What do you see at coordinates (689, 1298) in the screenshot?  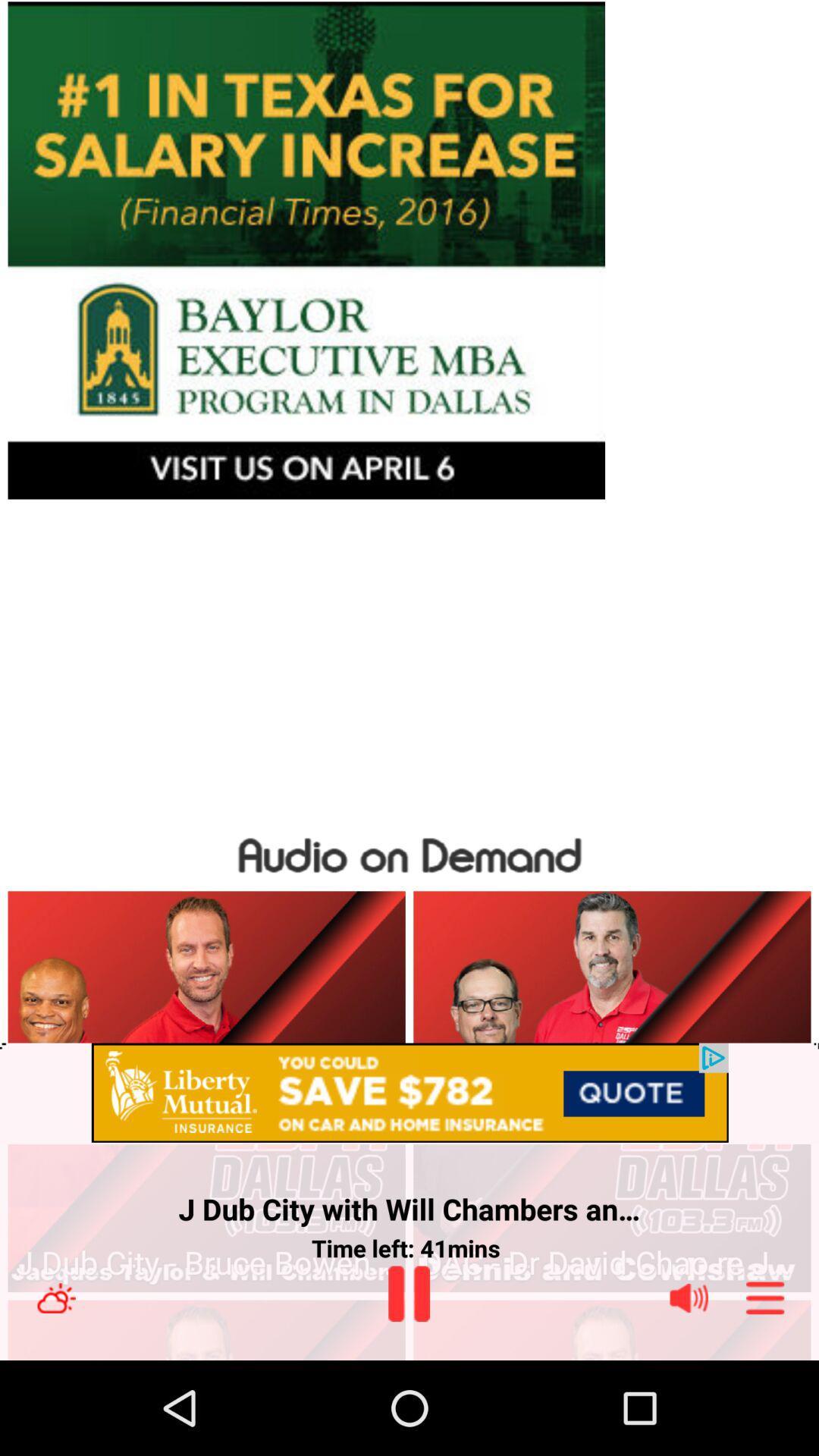 I see `the speaker icon` at bounding box center [689, 1298].